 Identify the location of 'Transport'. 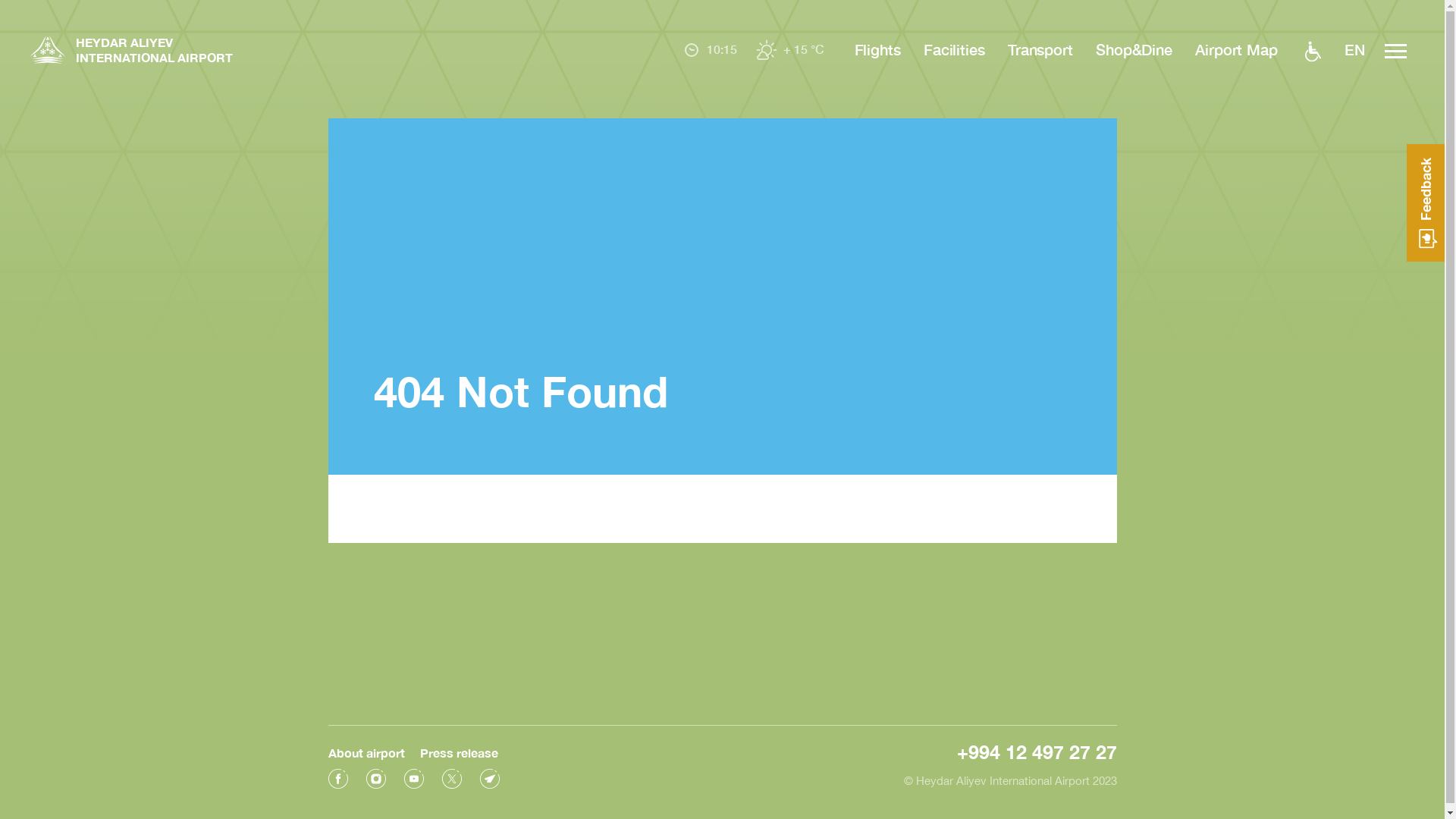
(1040, 49).